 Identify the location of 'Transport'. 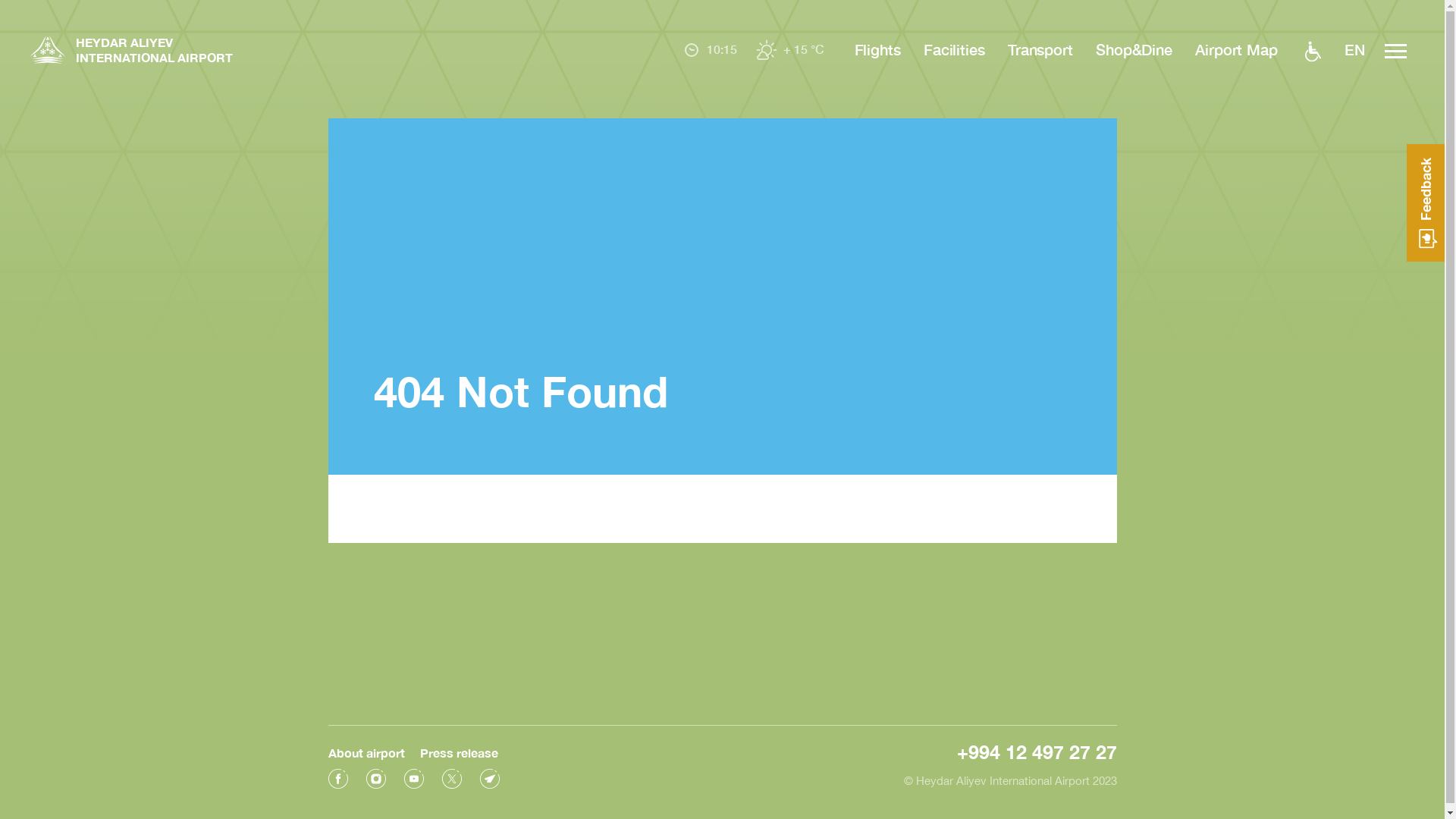
(1040, 49).